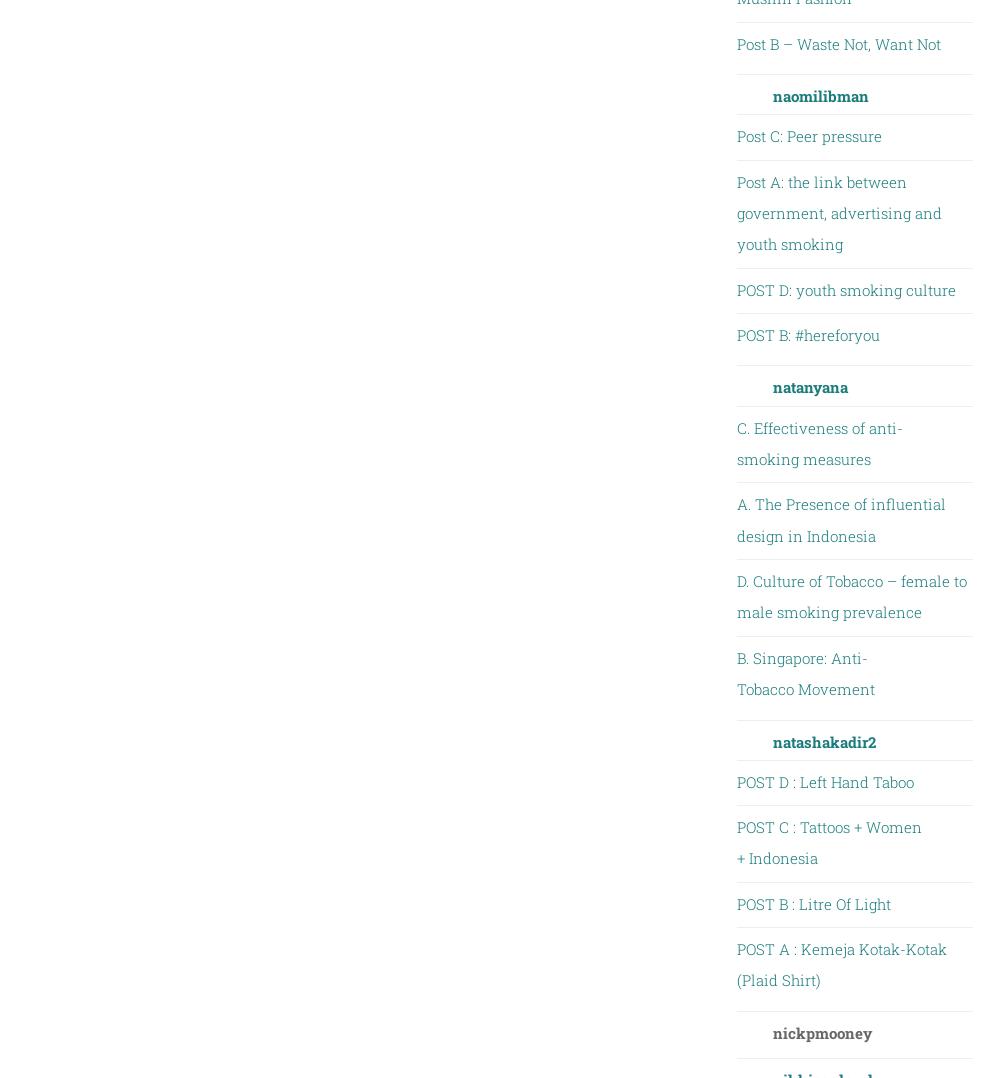  I want to click on 'nickpmooney', so click(820, 1030).